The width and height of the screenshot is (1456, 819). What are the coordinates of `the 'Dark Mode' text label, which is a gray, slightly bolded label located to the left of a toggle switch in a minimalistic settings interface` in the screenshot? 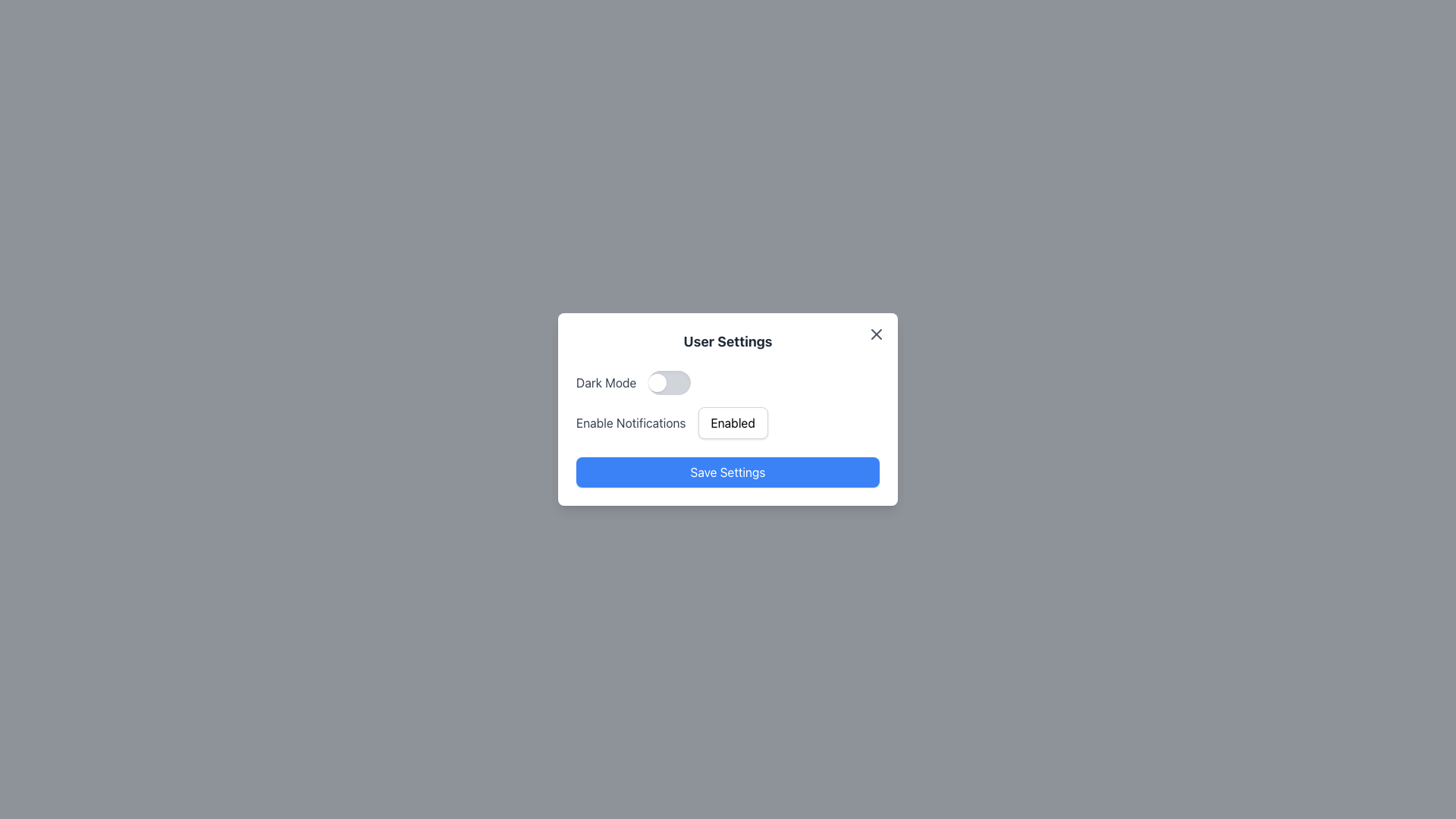 It's located at (605, 382).